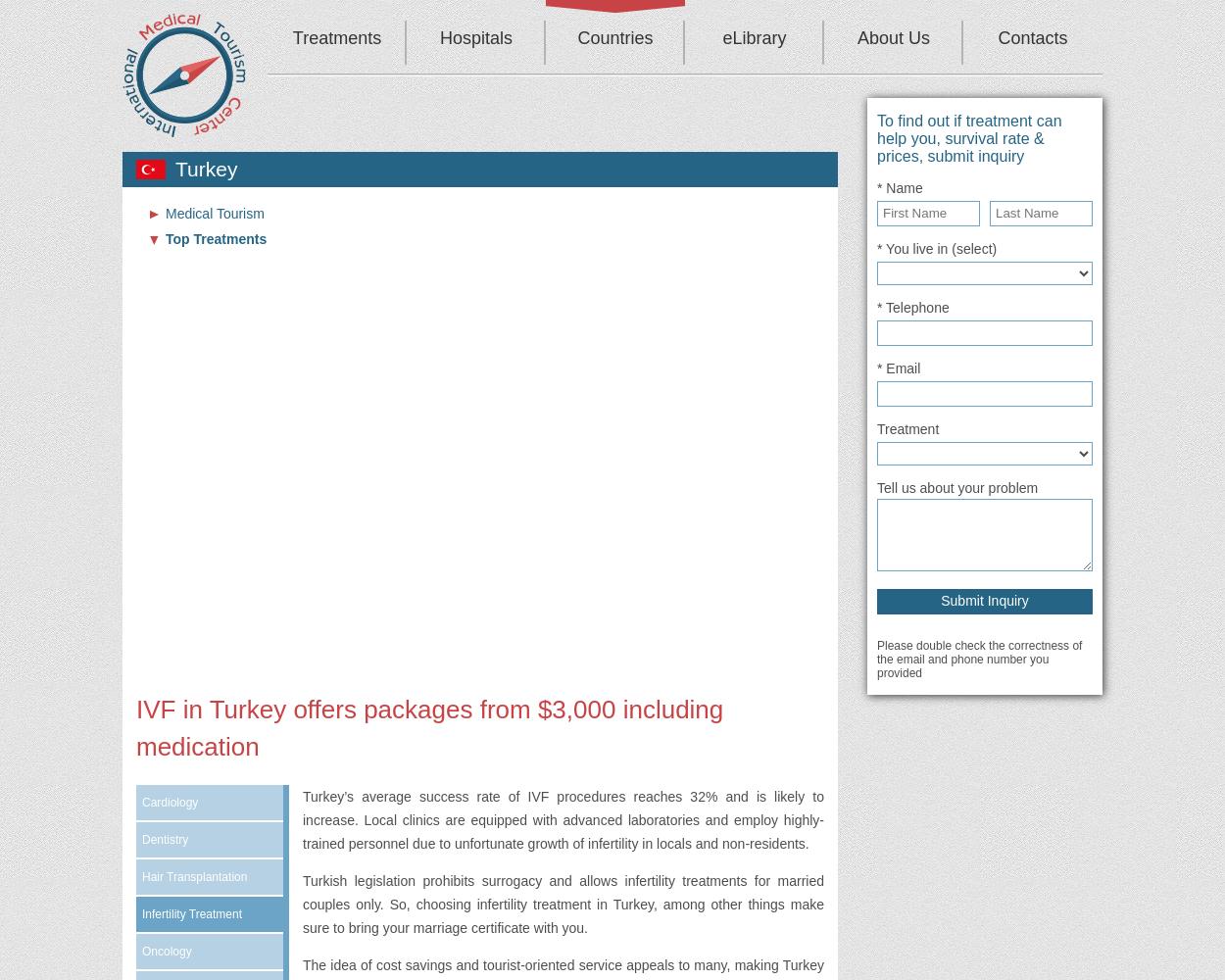 The height and width of the screenshot is (980, 1225). Describe the element at coordinates (721, 38) in the screenshot. I see `'eLibrary'` at that location.